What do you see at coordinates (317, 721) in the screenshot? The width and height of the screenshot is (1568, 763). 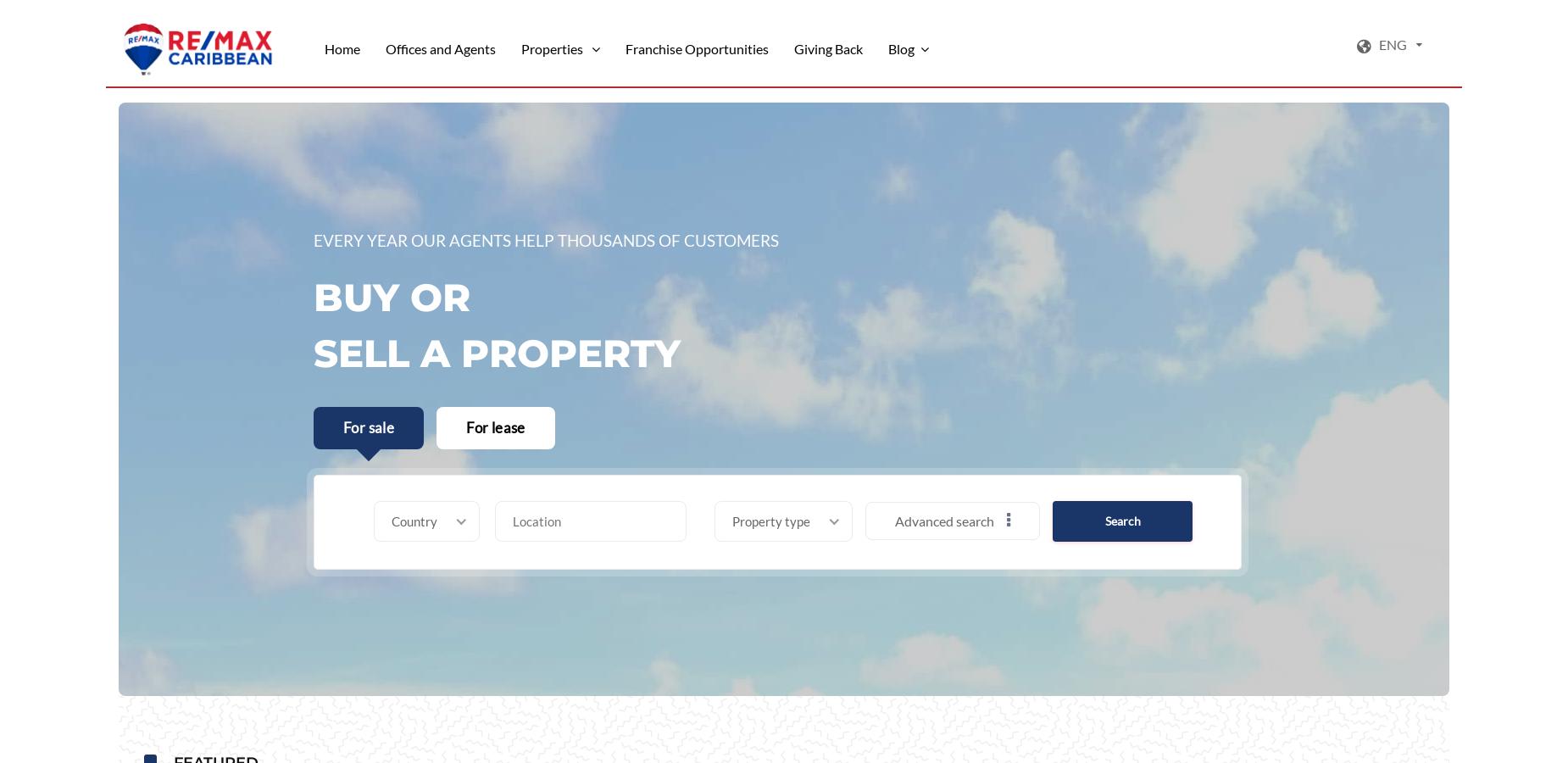 I see `'Lot size (Sq. Ft.)'` at bounding box center [317, 721].